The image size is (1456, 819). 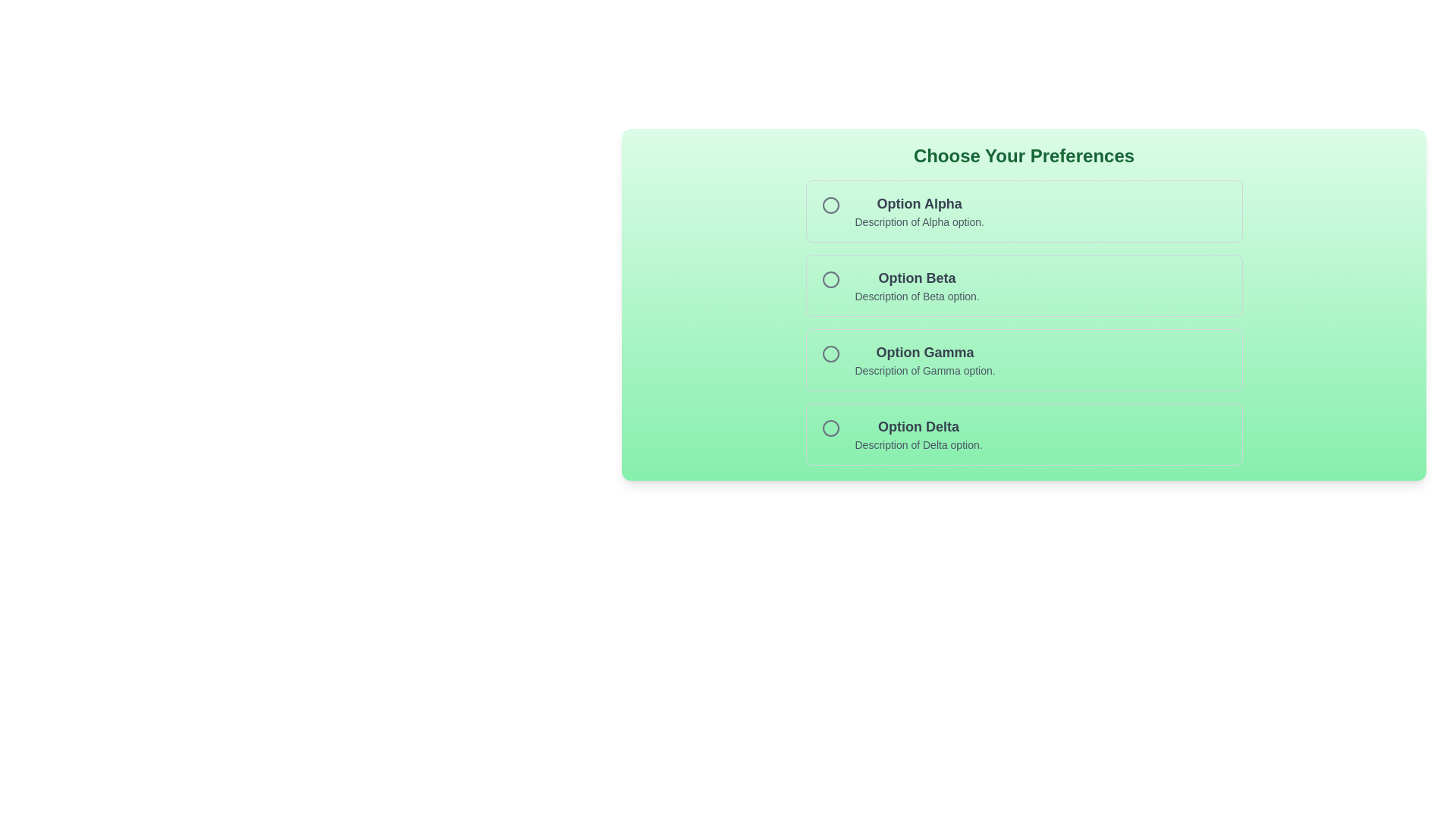 I want to click on the non-interactive Text Label that provides additional information about the 'Gamma' option, located beneath the 'Option Gamma' title, so click(x=924, y=371).